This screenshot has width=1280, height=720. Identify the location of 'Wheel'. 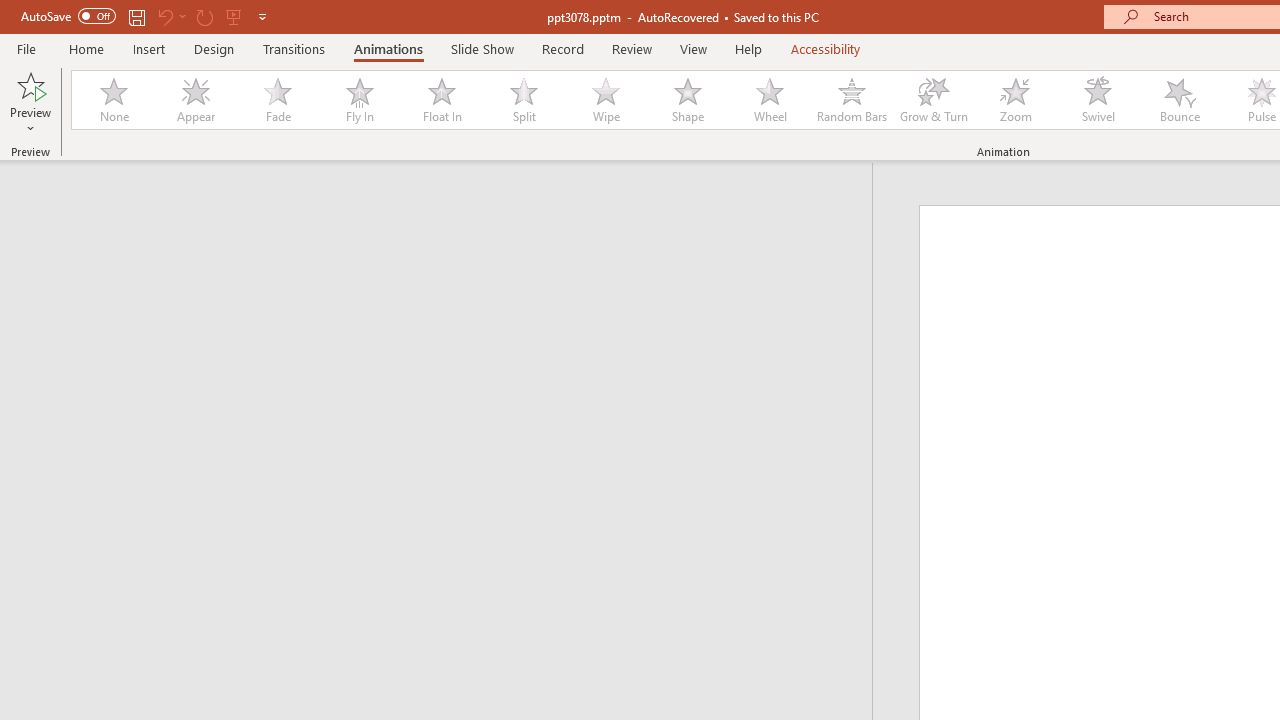
(769, 100).